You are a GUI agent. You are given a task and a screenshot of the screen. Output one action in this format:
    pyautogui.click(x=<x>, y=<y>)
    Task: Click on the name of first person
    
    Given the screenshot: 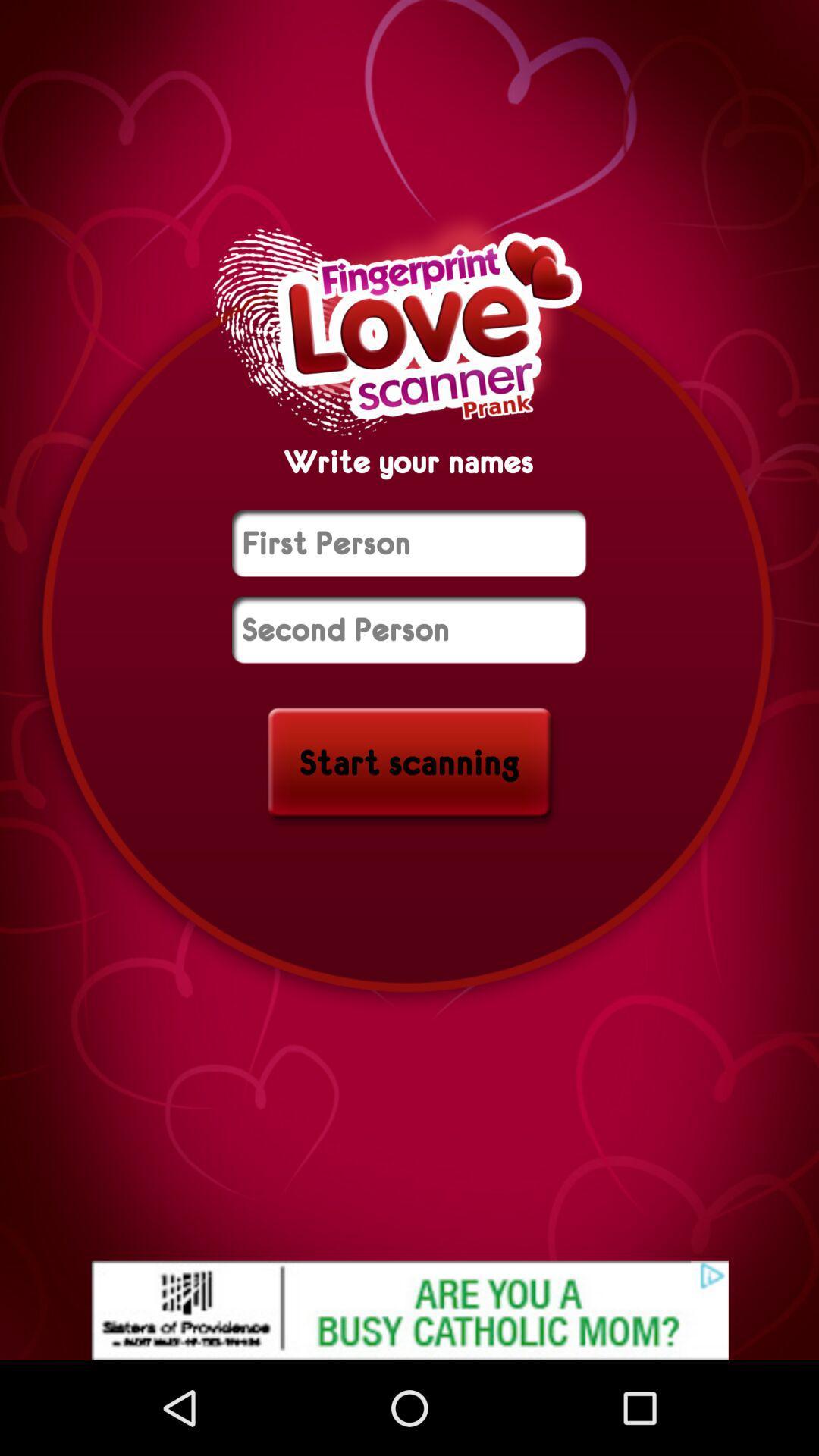 What is the action you would take?
    pyautogui.click(x=408, y=543)
    